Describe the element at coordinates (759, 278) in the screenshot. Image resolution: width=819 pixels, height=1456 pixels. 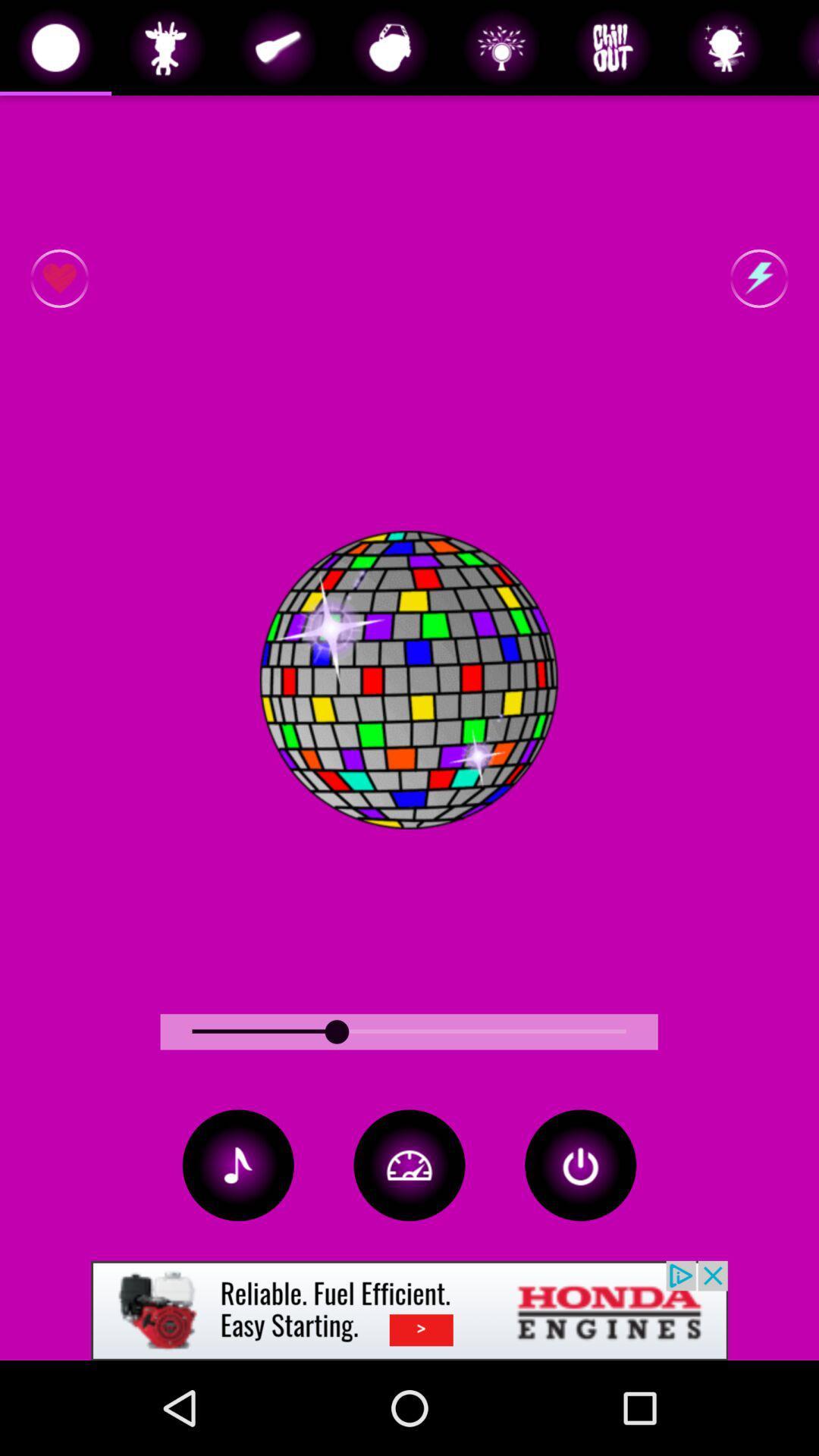
I see `the flash icon` at that location.